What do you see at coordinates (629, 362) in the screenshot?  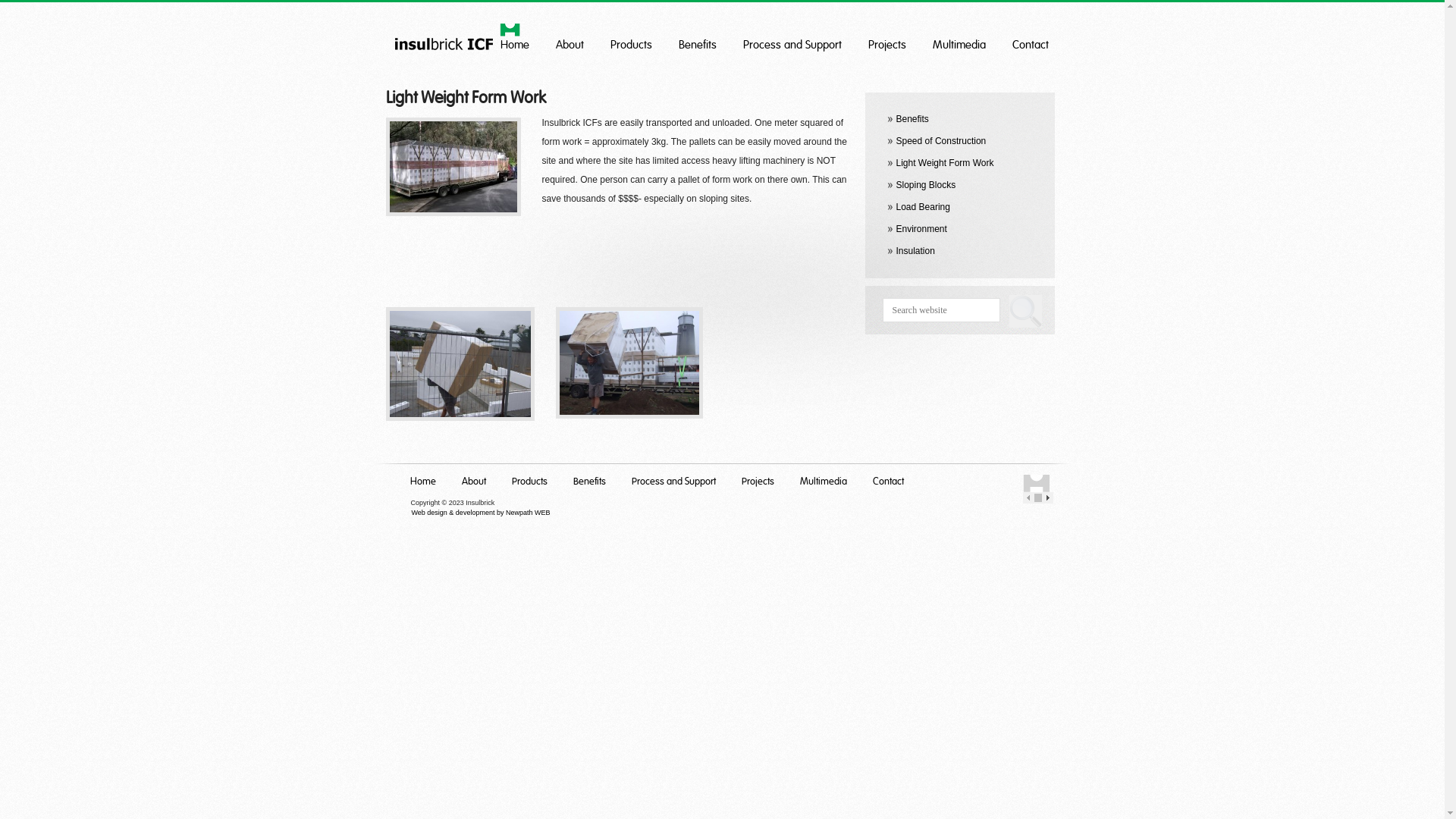 I see `'023'` at bounding box center [629, 362].